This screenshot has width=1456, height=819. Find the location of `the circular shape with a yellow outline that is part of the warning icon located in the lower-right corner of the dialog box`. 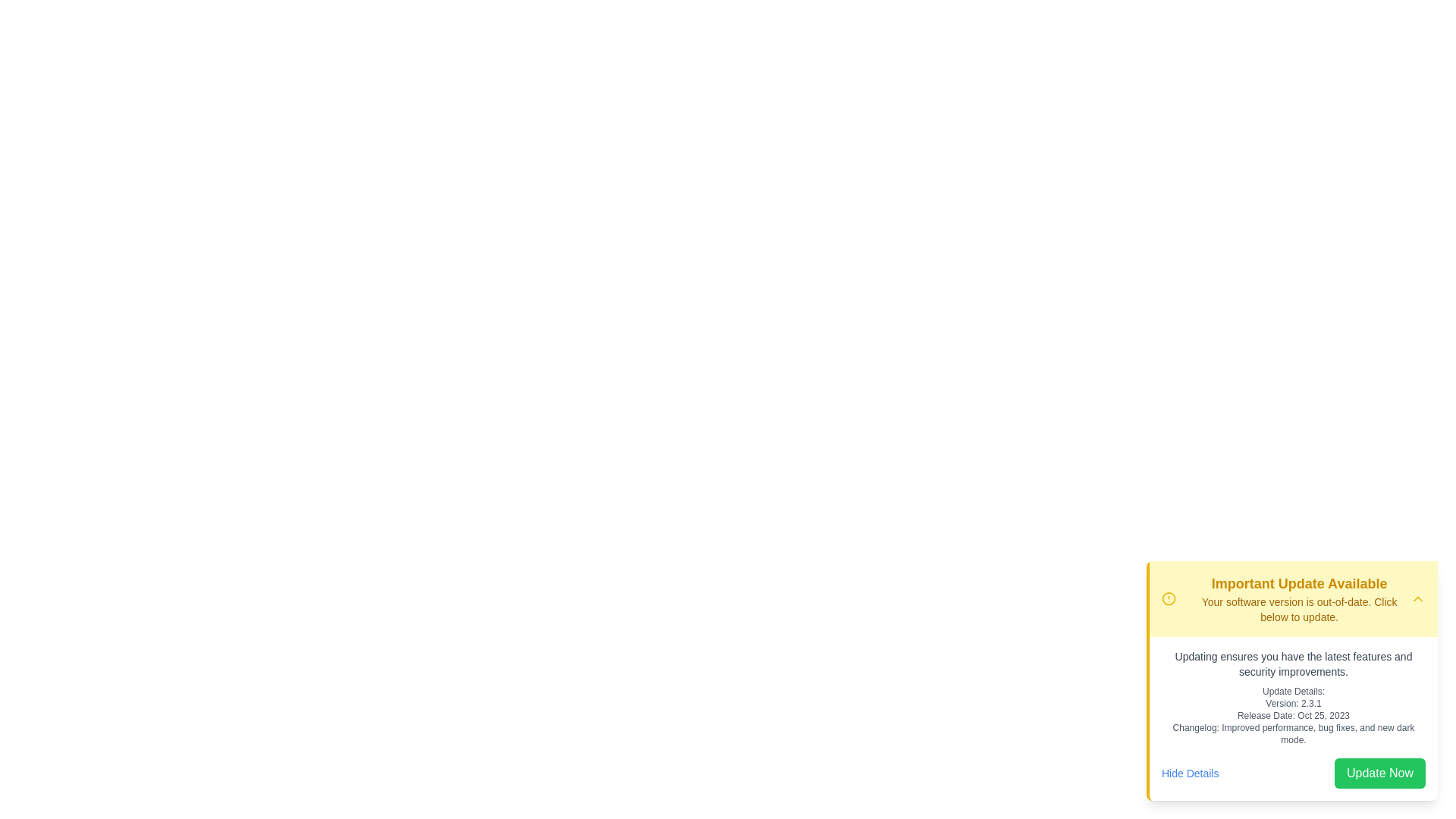

the circular shape with a yellow outline that is part of the warning icon located in the lower-right corner of the dialog box is located at coordinates (1168, 598).